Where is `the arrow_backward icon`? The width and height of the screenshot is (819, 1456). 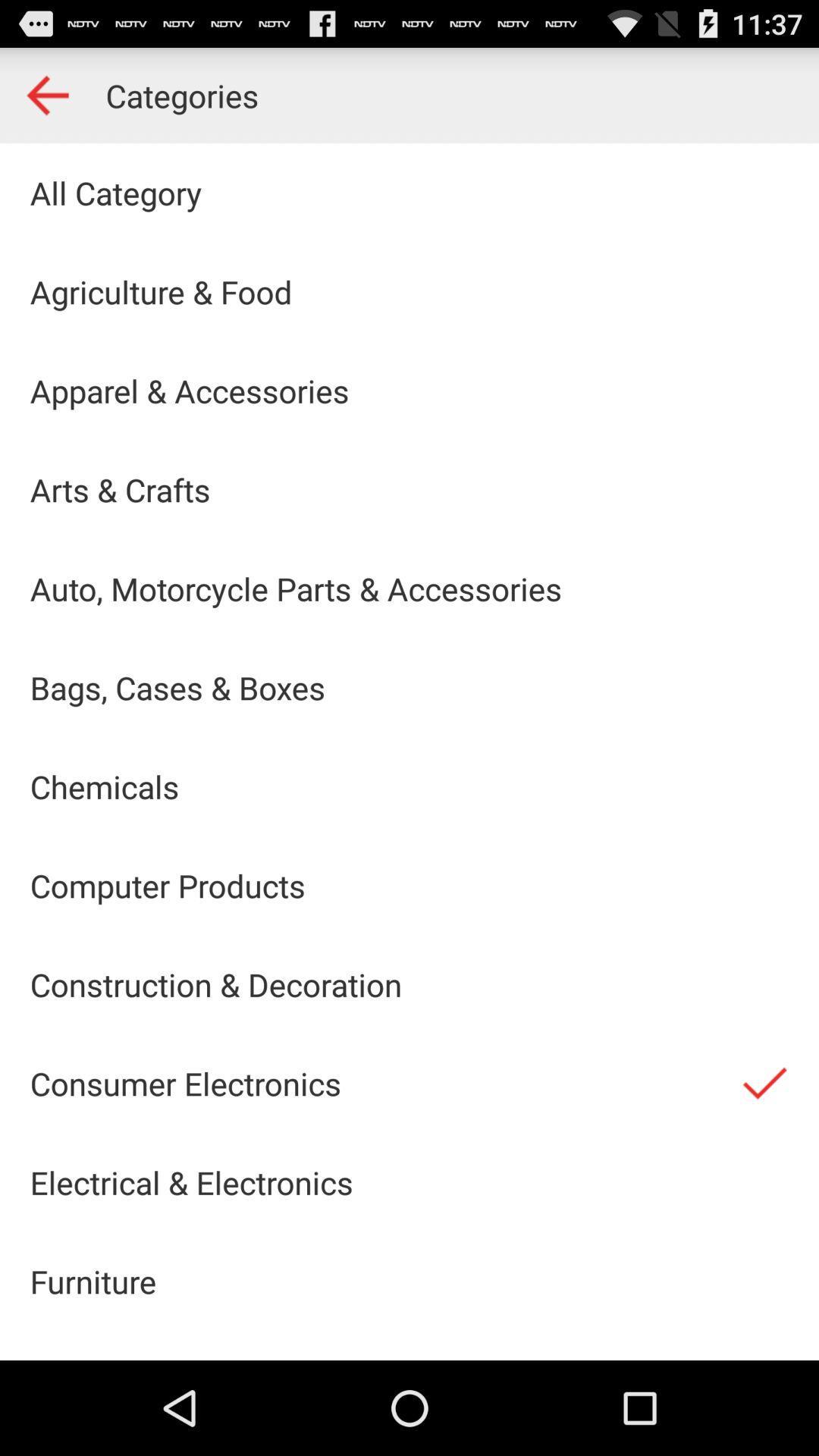
the arrow_backward icon is located at coordinates (46, 101).